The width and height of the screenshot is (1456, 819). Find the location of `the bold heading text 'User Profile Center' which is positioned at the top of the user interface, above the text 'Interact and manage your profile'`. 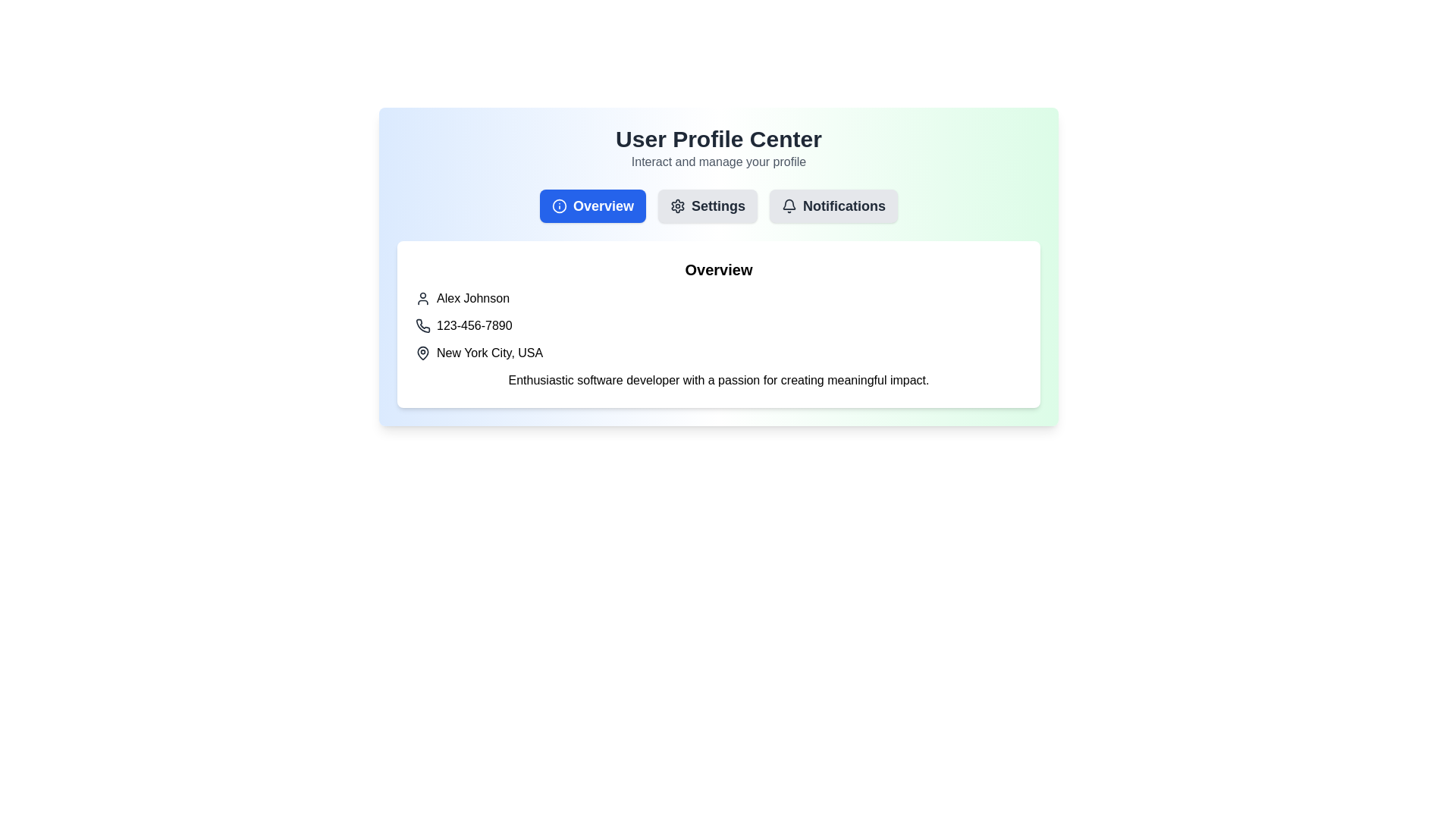

the bold heading text 'User Profile Center' which is positioned at the top of the user interface, above the text 'Interact and manage your profile' is located at coordinates (718, 140).